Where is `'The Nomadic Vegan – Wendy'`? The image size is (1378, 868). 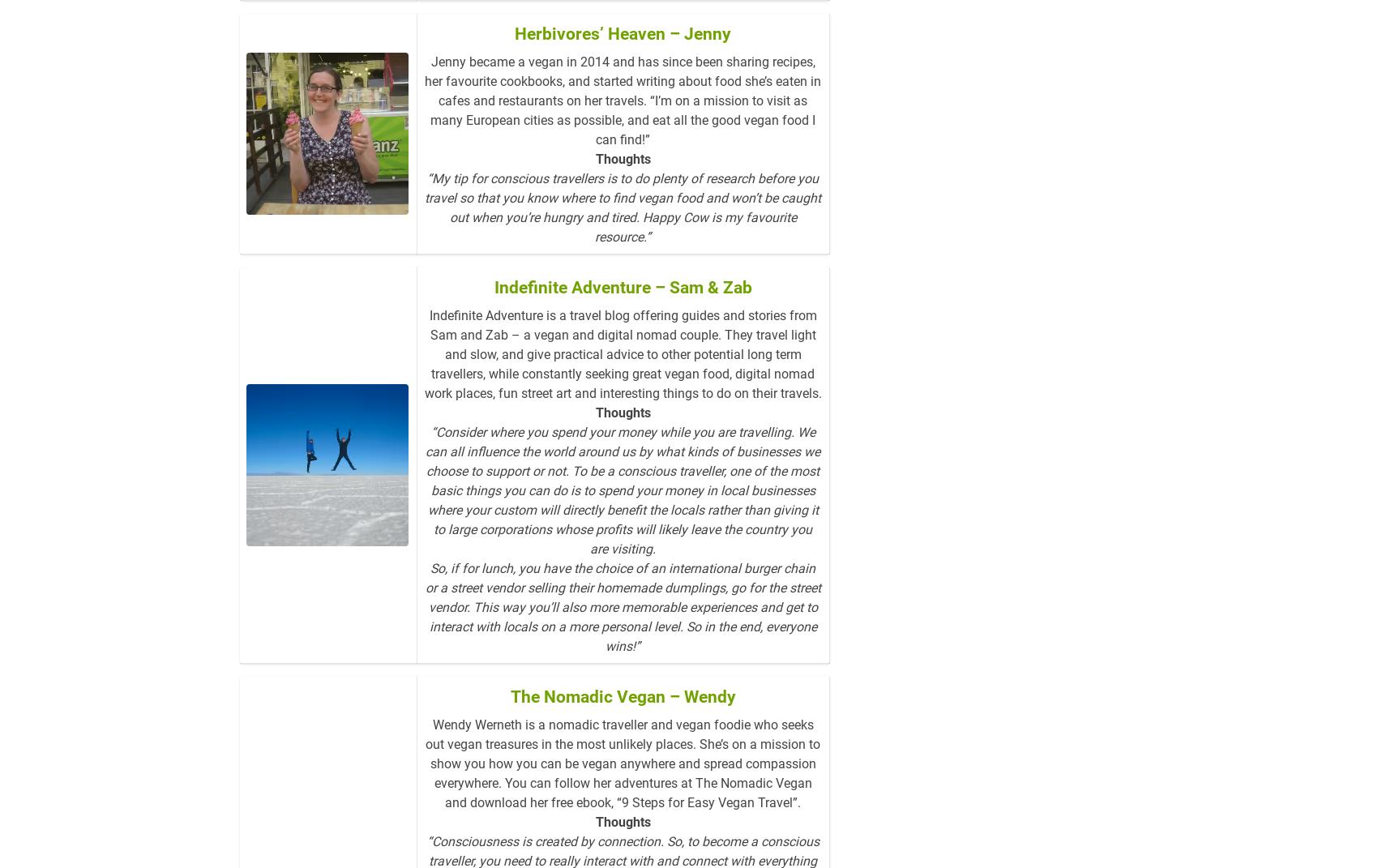
'The Nomadic Vegan – Wendy' is located at coordinates (622, 721).